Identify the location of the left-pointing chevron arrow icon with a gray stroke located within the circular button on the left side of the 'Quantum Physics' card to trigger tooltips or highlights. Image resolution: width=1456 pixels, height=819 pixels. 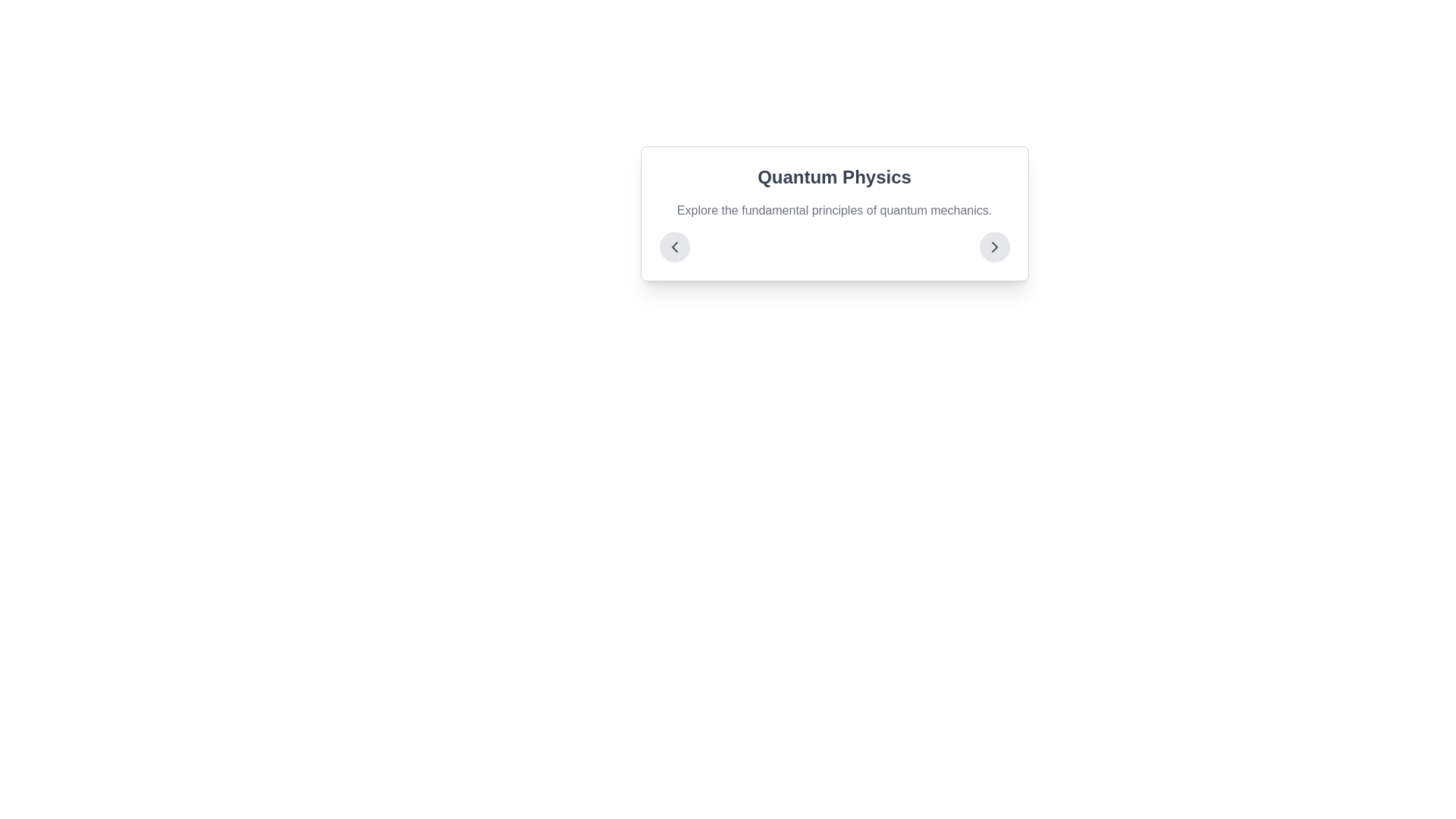
(673, 246).